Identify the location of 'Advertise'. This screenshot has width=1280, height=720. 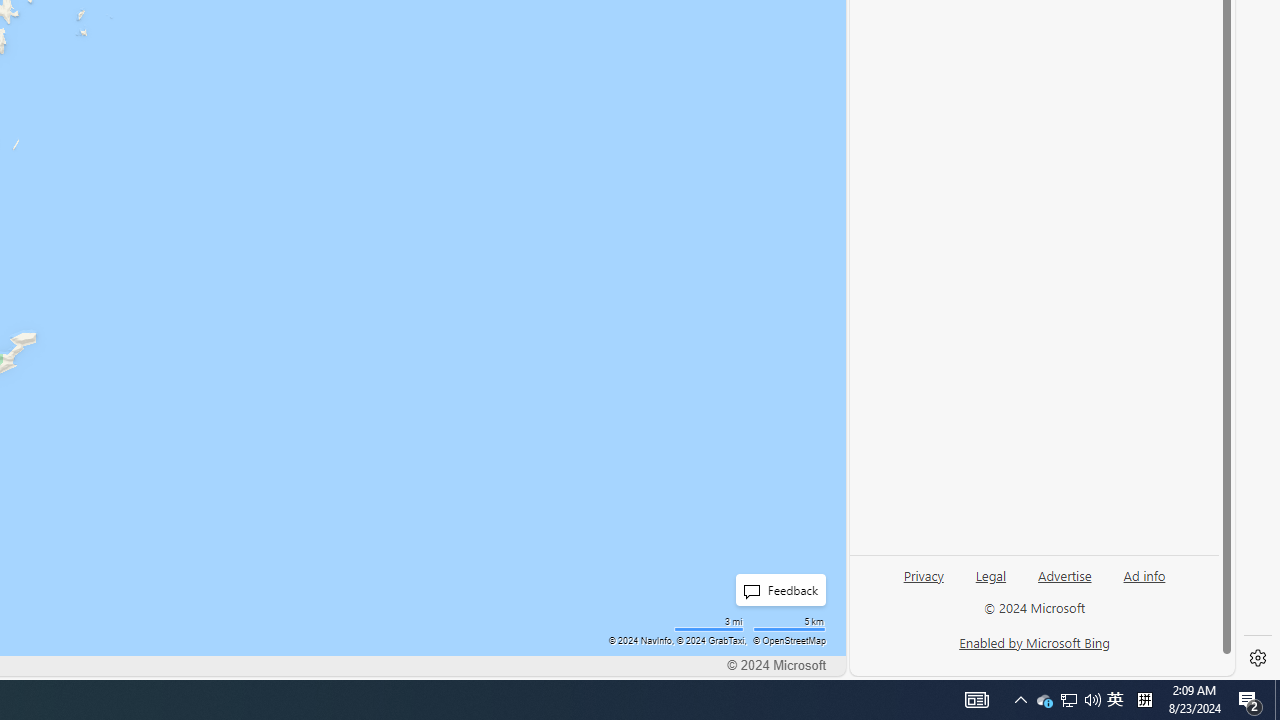
(1063, 574).